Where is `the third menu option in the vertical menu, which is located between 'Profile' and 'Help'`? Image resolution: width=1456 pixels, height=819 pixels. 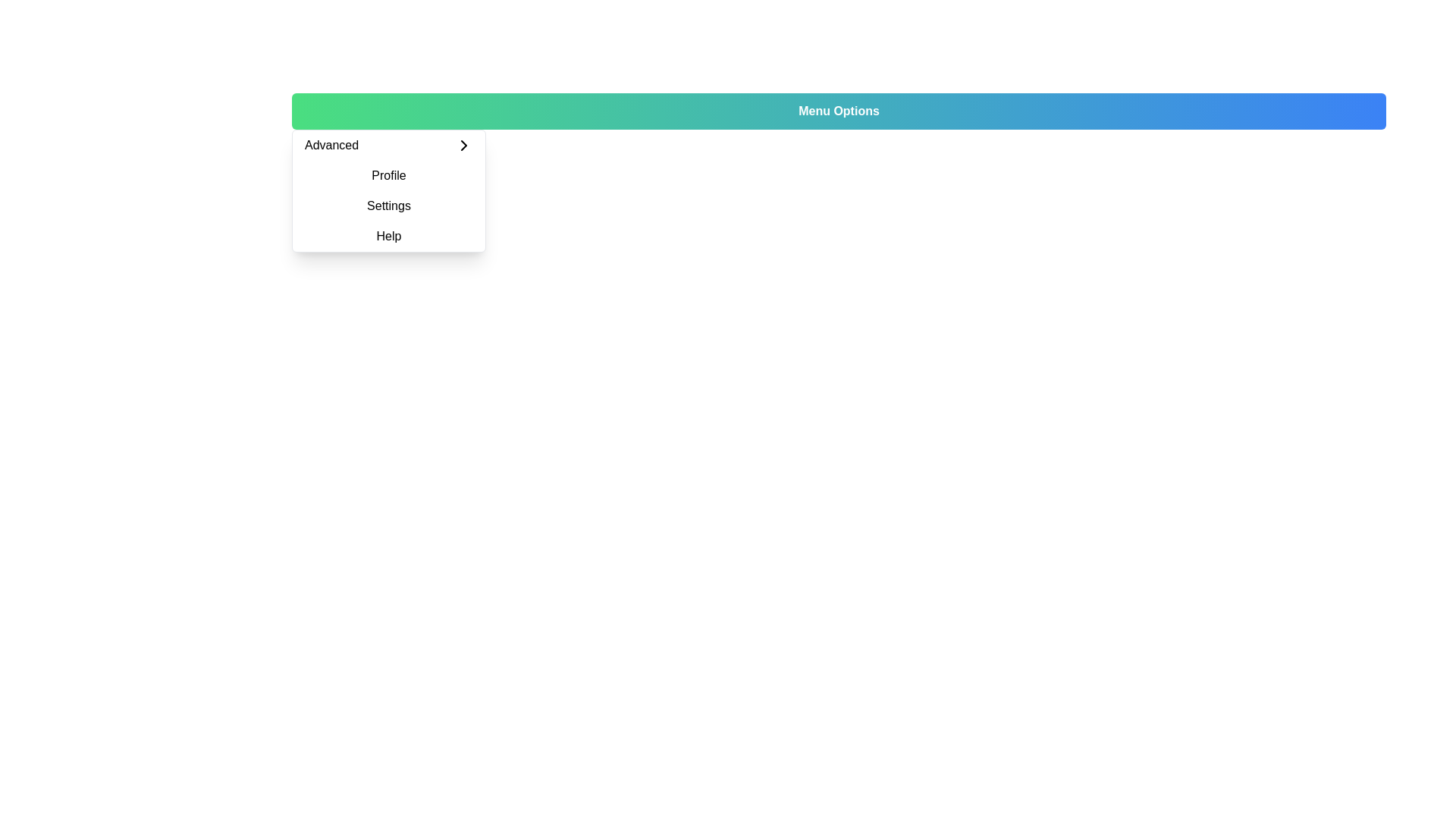
the third menu option in the vertical menu, which is located between 'Profile' and 'Help' is located at coordinates (389, 190).